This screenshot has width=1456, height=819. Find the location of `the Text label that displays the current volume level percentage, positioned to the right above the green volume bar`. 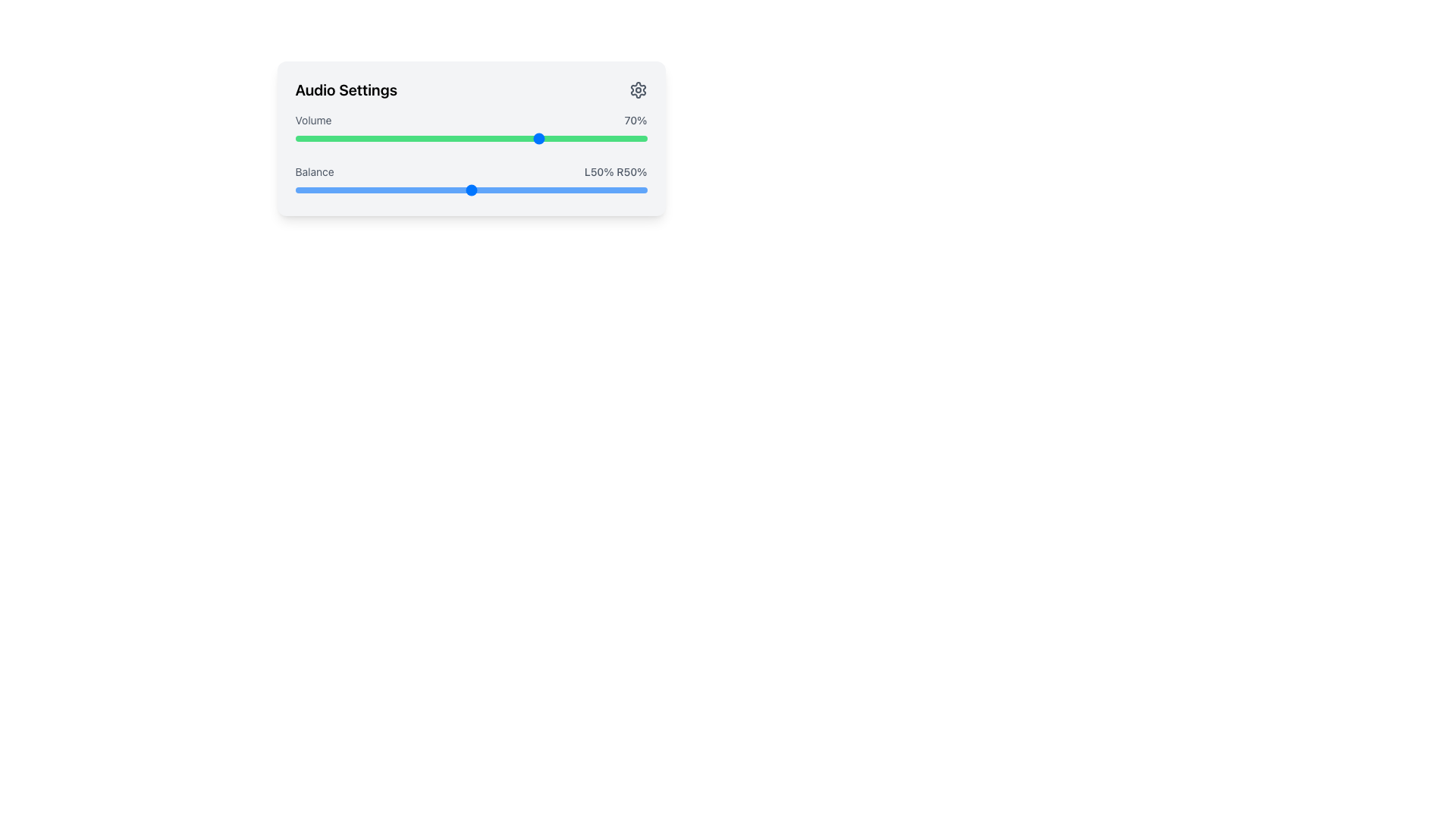

the Text label that displays the current volume level percentage, positioned to the right above the green volume bar is located at coordinates (635, 119).